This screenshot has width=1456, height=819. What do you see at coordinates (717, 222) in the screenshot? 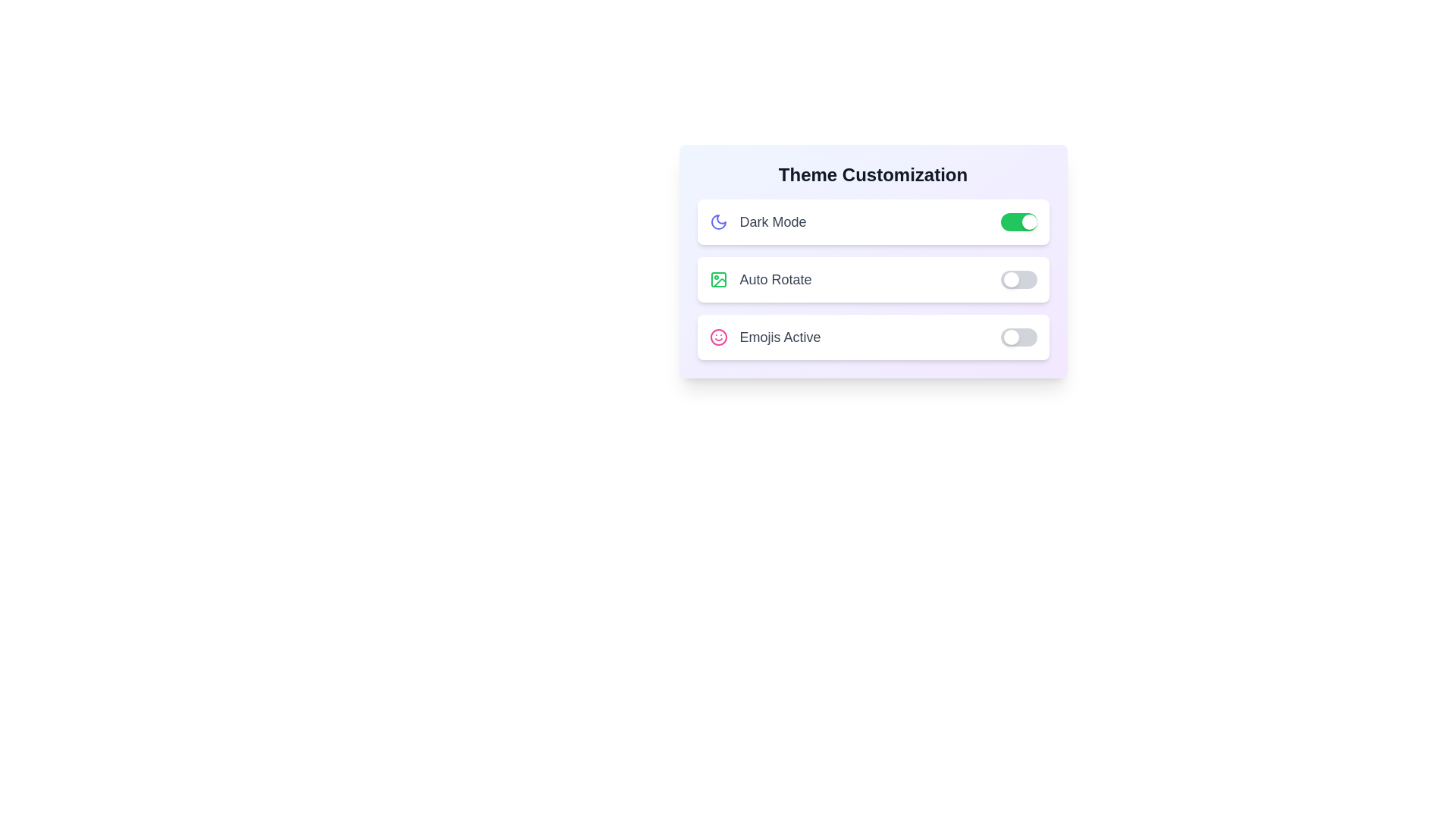
I see `the dark mode icon located to the left of the 'Dark Mode' label` at bounding box center [717, 222].